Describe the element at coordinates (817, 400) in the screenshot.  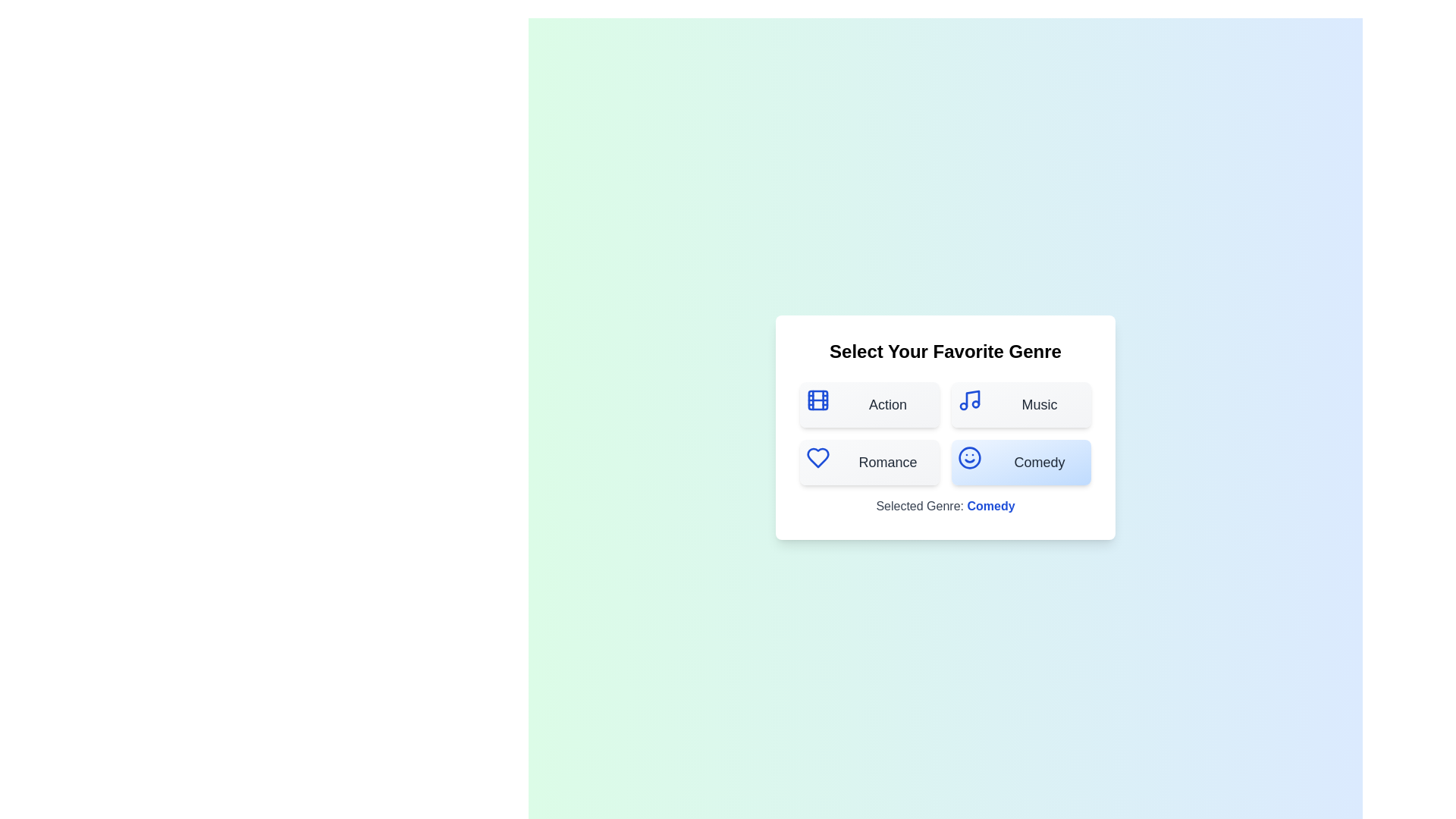
I see `the decorative graphical rectangle with rounded corners that has a bold blue outline, which serves as the background of the film-themed icon located to the left of the text label 'Action'` at that location.